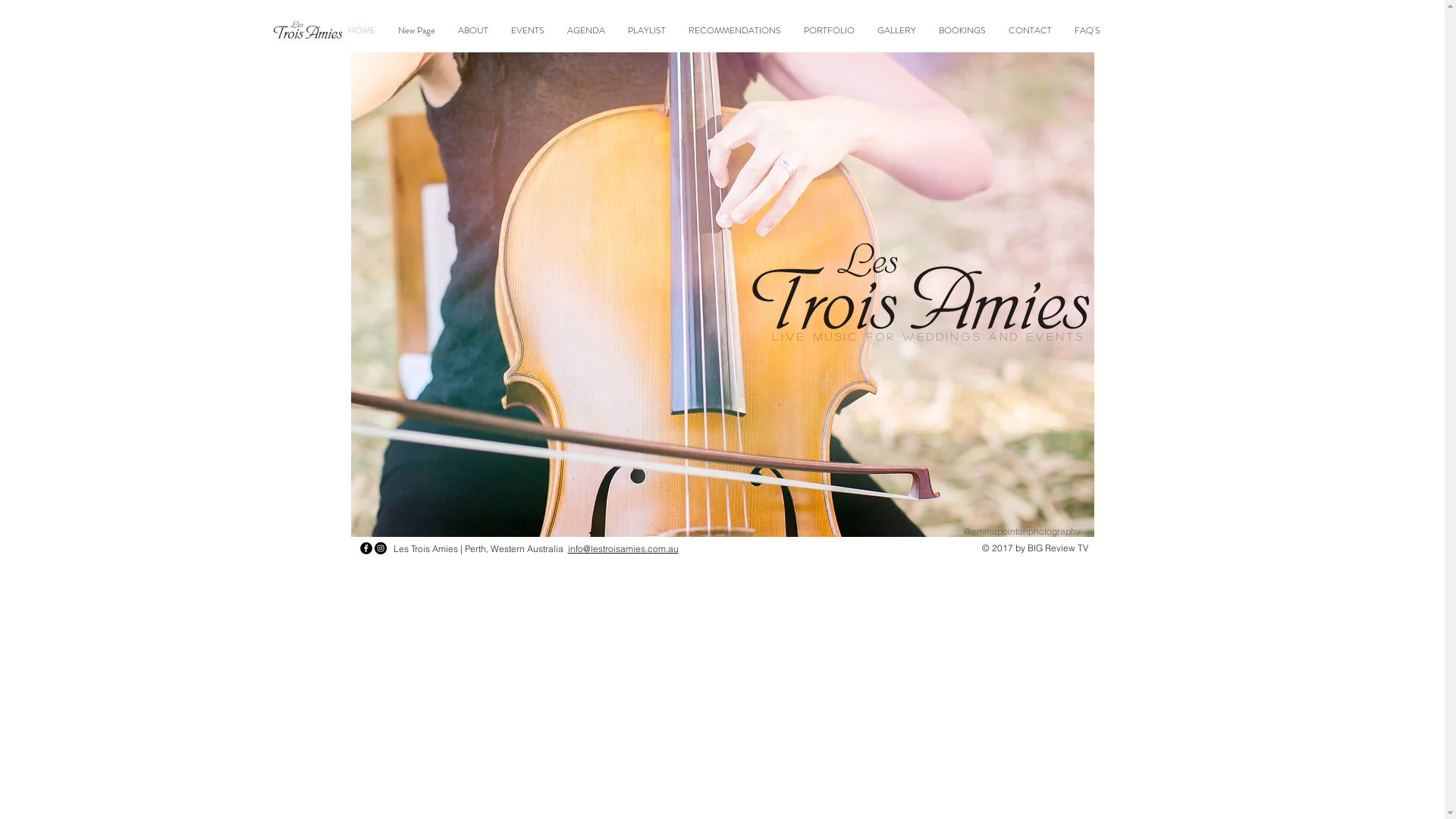 Image resolution: width=1456 pixels, height=819 pixels. Describe the element at coordinates (336, 30) in the screenshot. I see `'HOME'` at that location.